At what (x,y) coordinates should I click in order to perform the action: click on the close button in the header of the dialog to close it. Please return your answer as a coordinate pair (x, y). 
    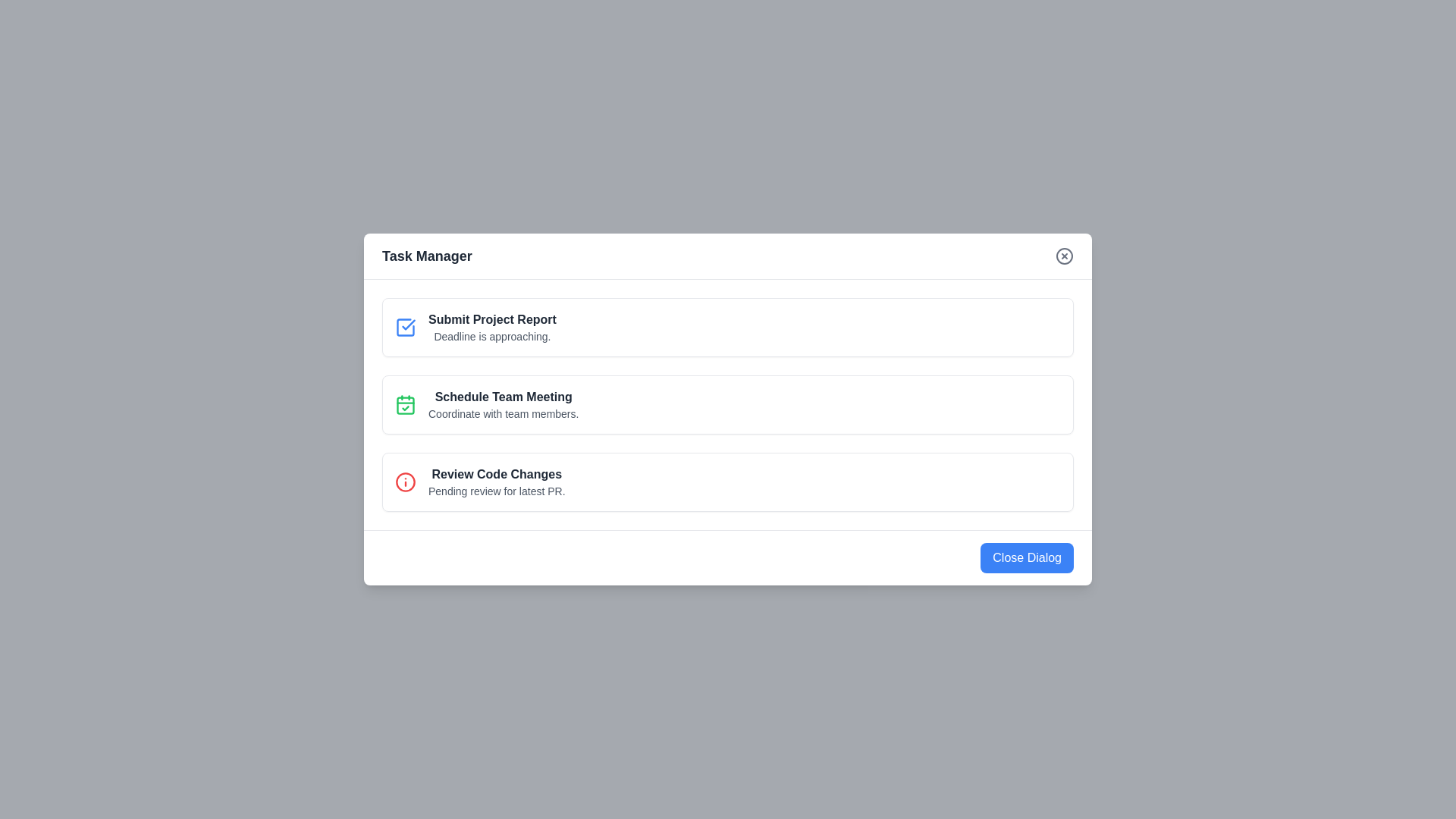
    Looking at the image, I should click on (1063, 256).